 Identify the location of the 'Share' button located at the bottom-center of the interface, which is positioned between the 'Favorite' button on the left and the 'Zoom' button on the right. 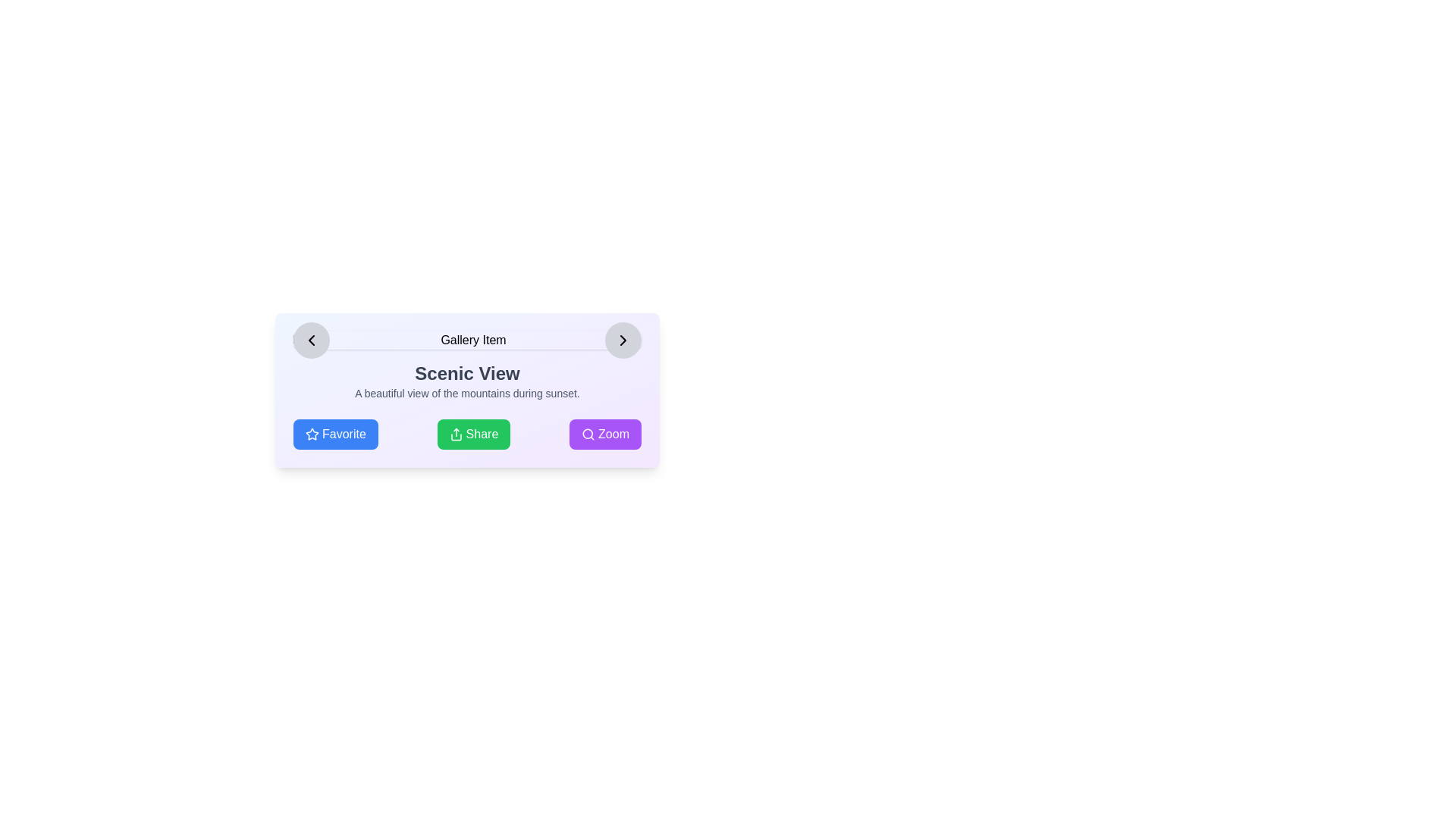
(455, 435).